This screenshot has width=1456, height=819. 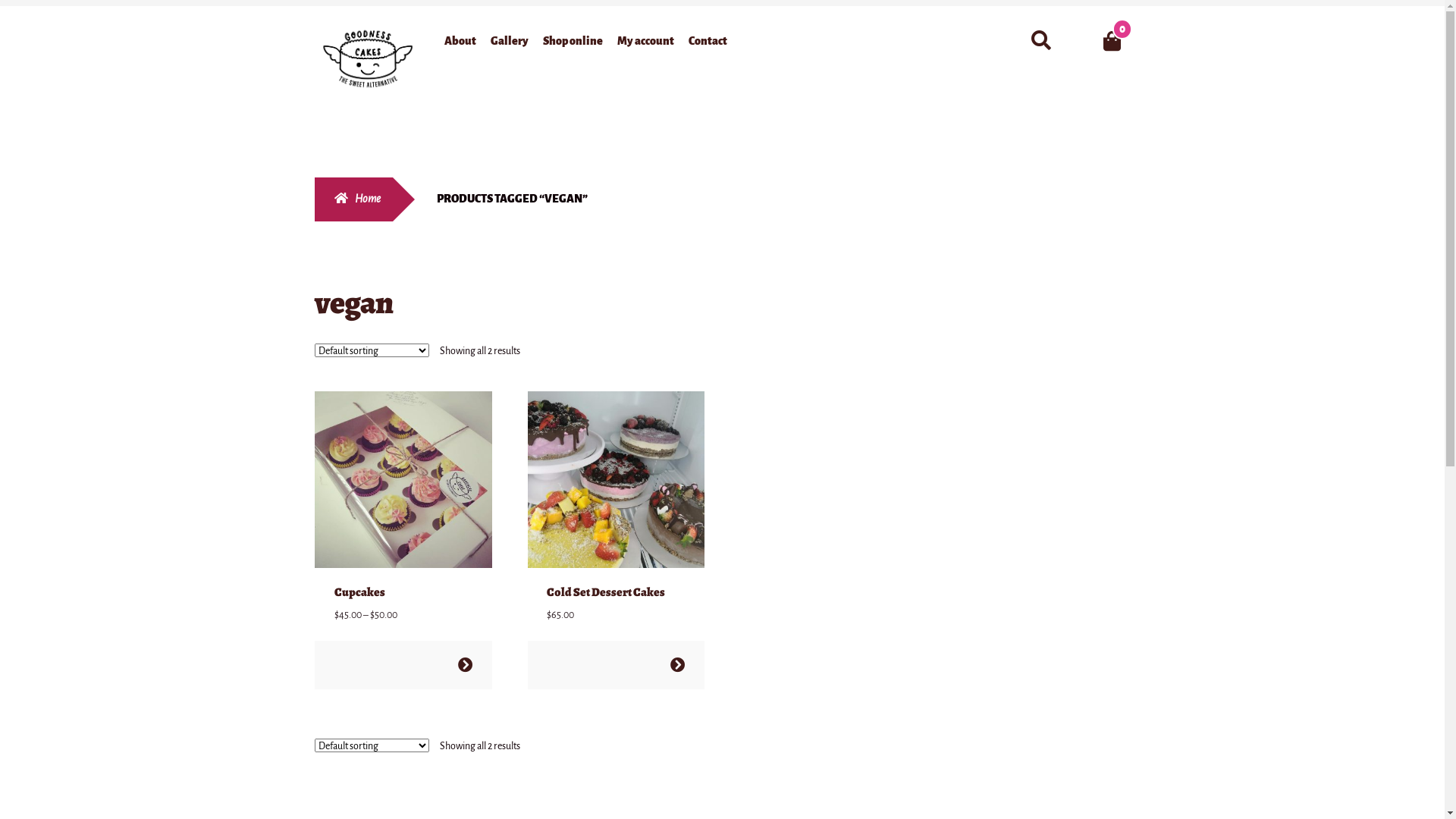 What do you see at coordinates (572, 42) in the screenshot?
I see `'Shop online'` at bounding box center [572, 42].